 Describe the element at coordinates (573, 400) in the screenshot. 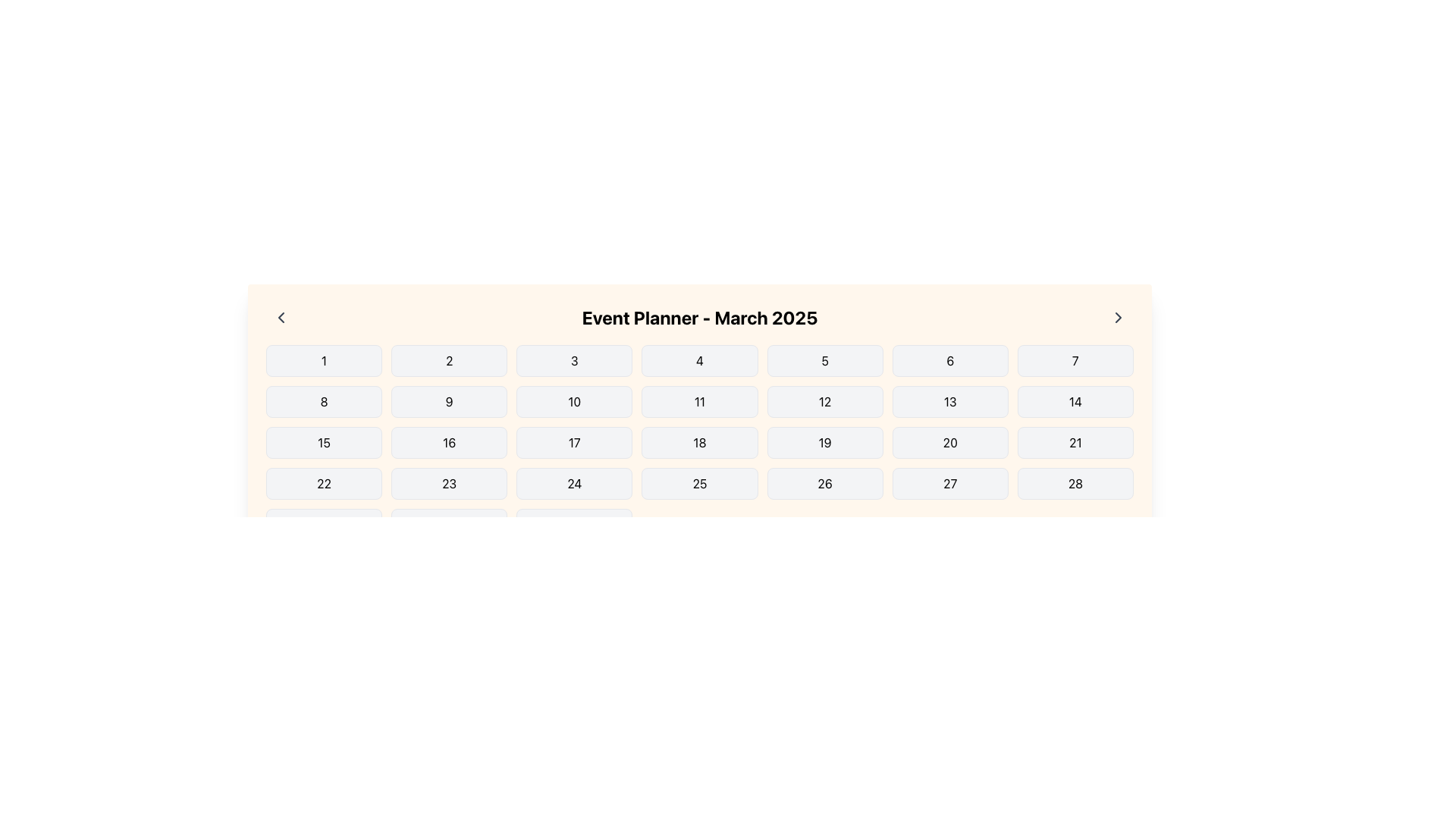

I see `the button-like interactive calendar date cell displaying '10' in the grid layout titled 'Event Planner - March 2025'` at that location.